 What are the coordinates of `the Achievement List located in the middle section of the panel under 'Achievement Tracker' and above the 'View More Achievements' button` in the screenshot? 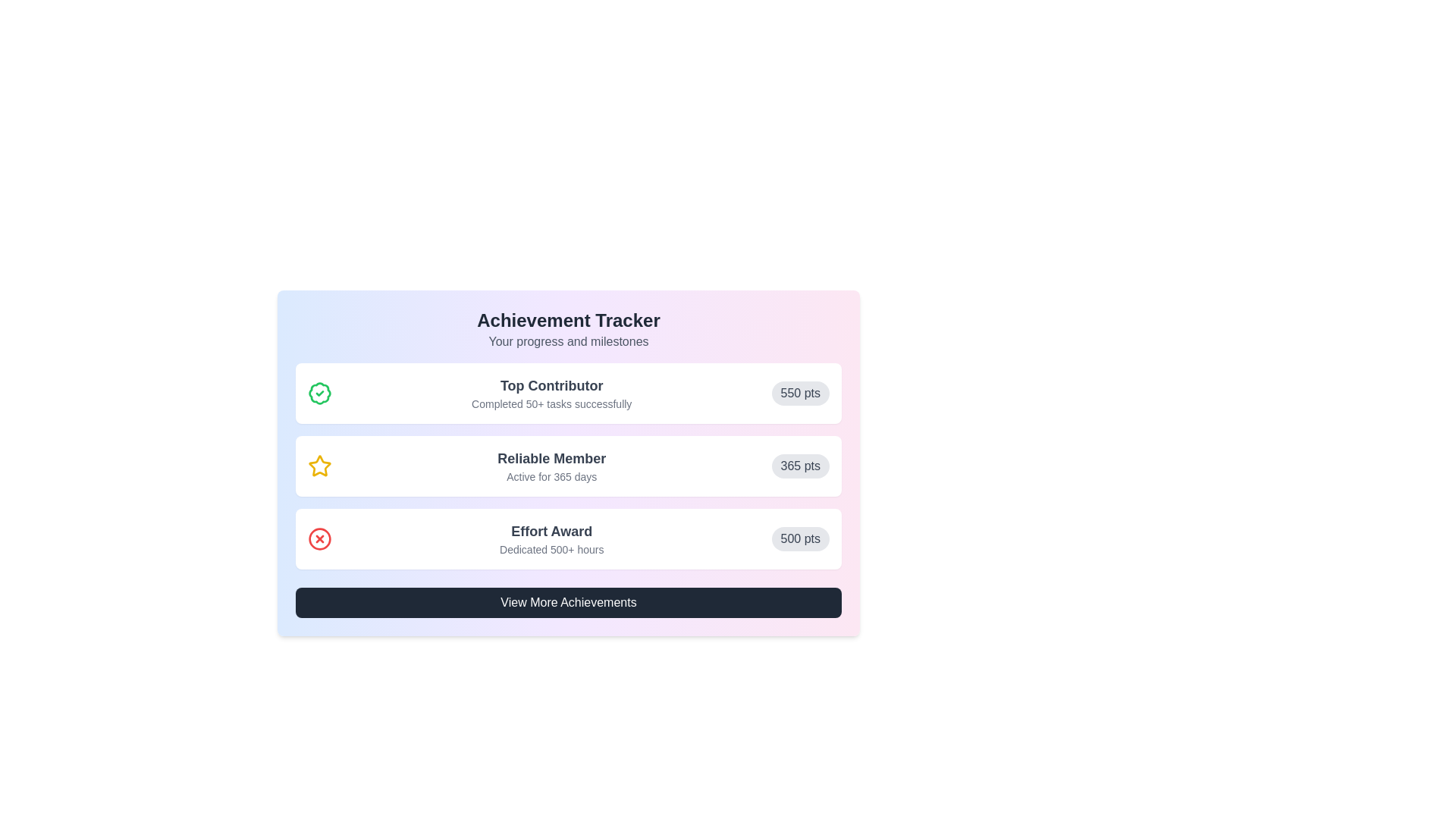 It's located at (567, 465).